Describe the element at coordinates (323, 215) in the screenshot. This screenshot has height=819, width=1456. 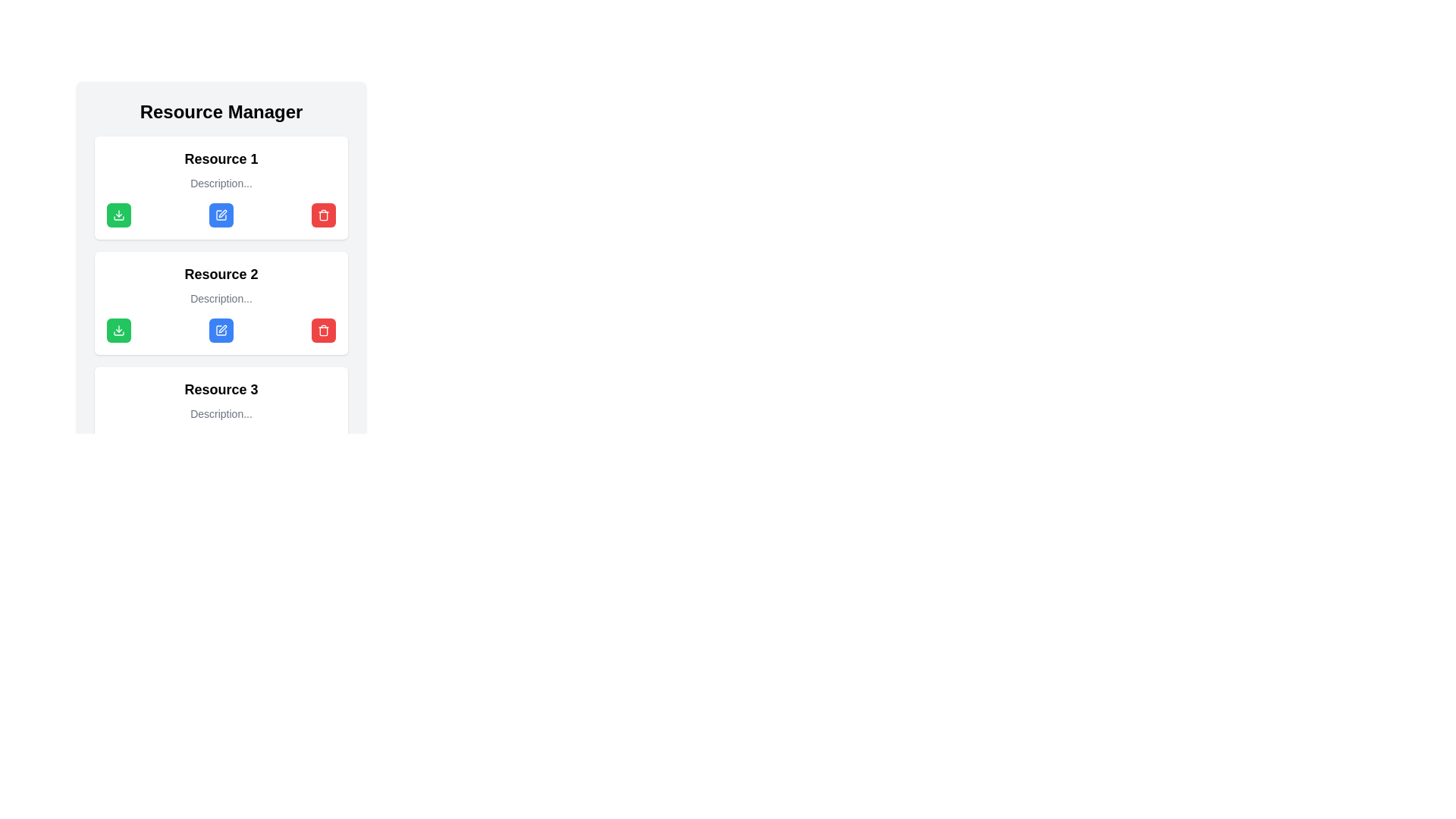
I see `the delete button located on the far-right side of a row in the list` at that location.